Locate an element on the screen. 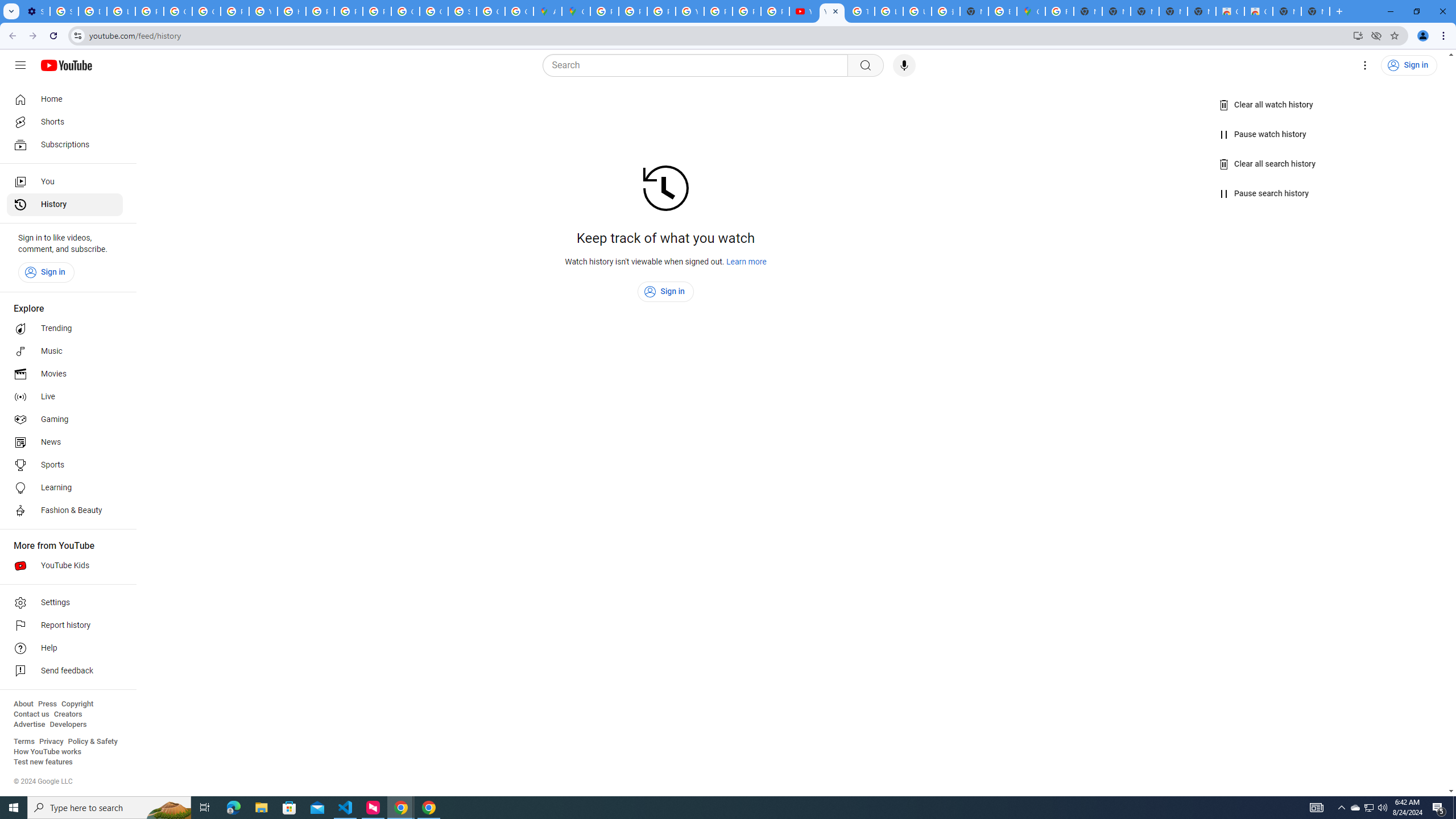 This screenshot has height=819, width=1456. 'Gaming' is located at coordinates (64, 419).